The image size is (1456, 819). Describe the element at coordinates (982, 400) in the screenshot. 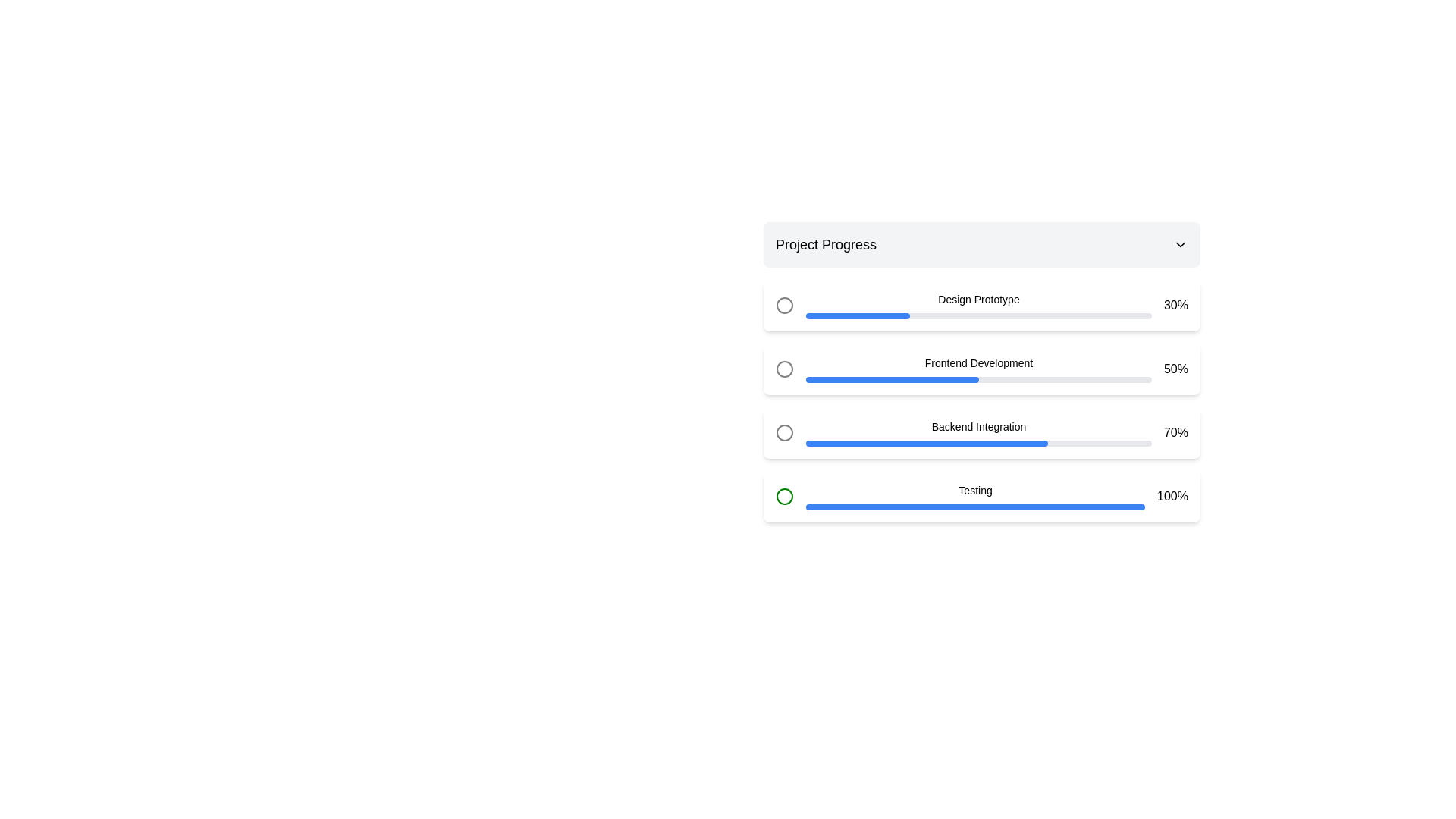

I see `percentage value of the progress bar labeled 'Frontend Development', which currently shows '50%'` at that location.